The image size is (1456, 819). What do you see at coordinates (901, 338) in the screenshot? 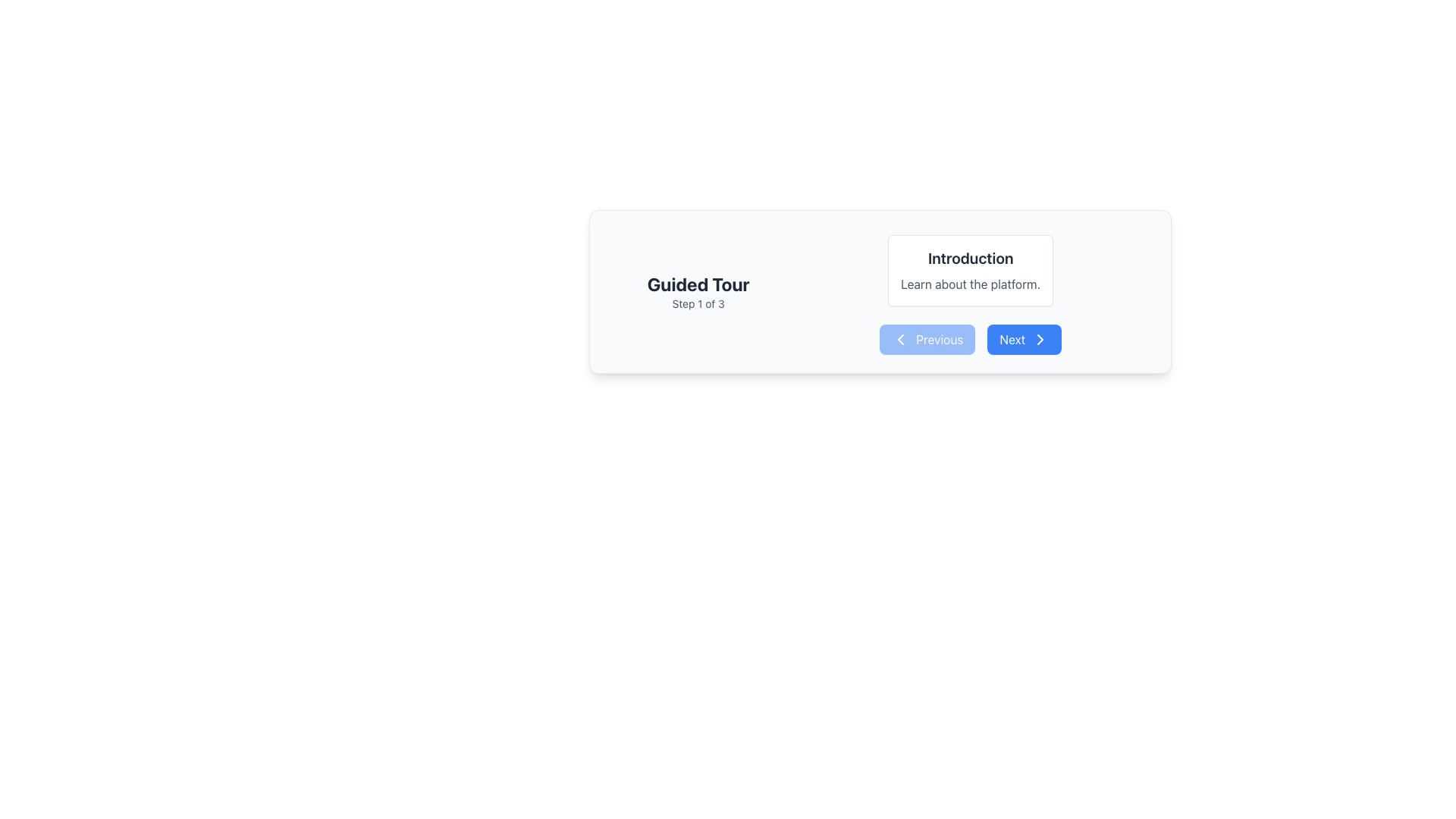
I see `the left-facing chevron arrow icon located inside the 'Previous' button to interact with it` at bounding box center [901, 338].